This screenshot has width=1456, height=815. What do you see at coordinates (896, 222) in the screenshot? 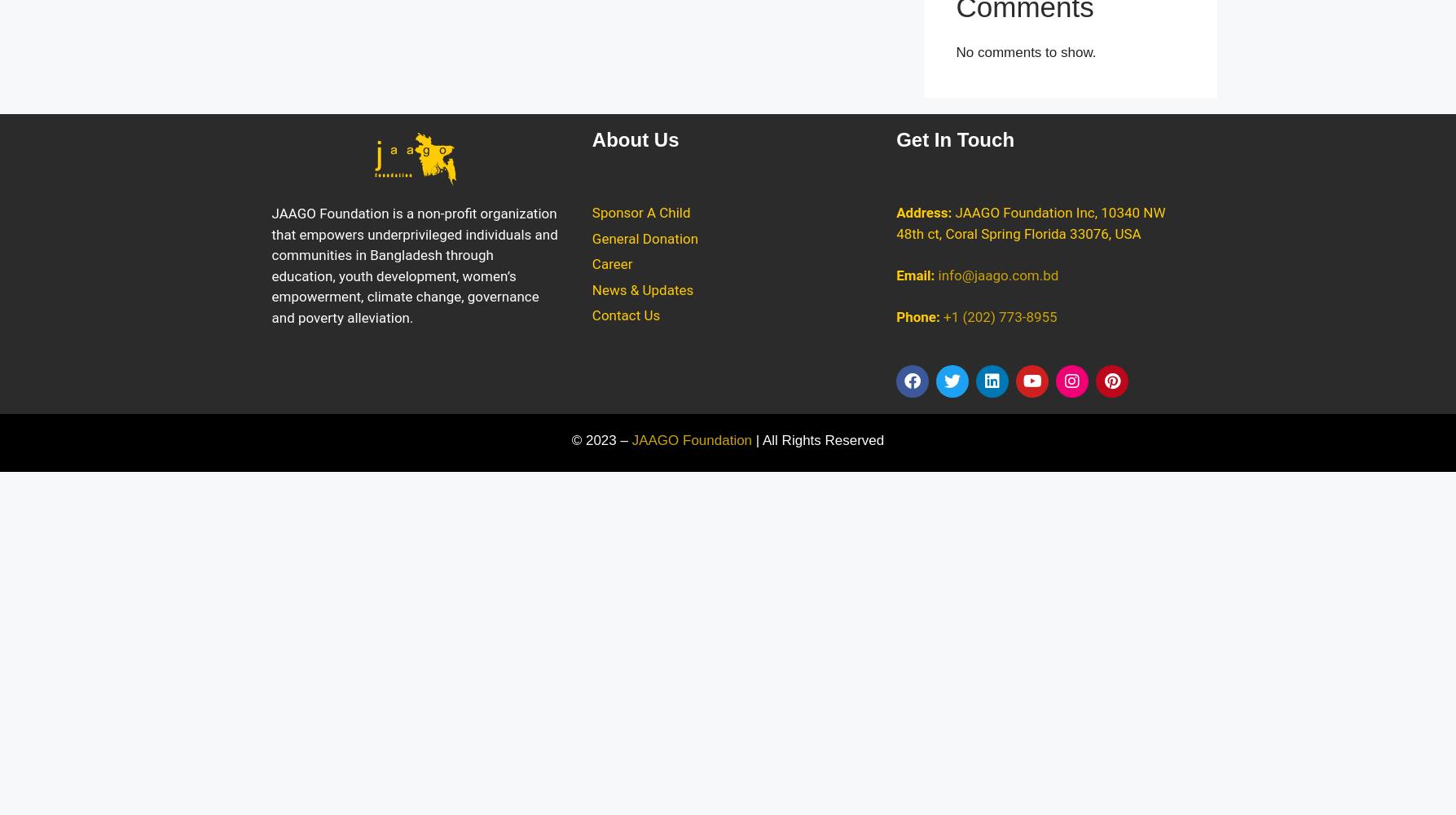
I see `'JAAGO Foundation Inc, 10340 NW 48th ct, Coral Spring Florida 33076, USA'` at bounding box center [896, 222].